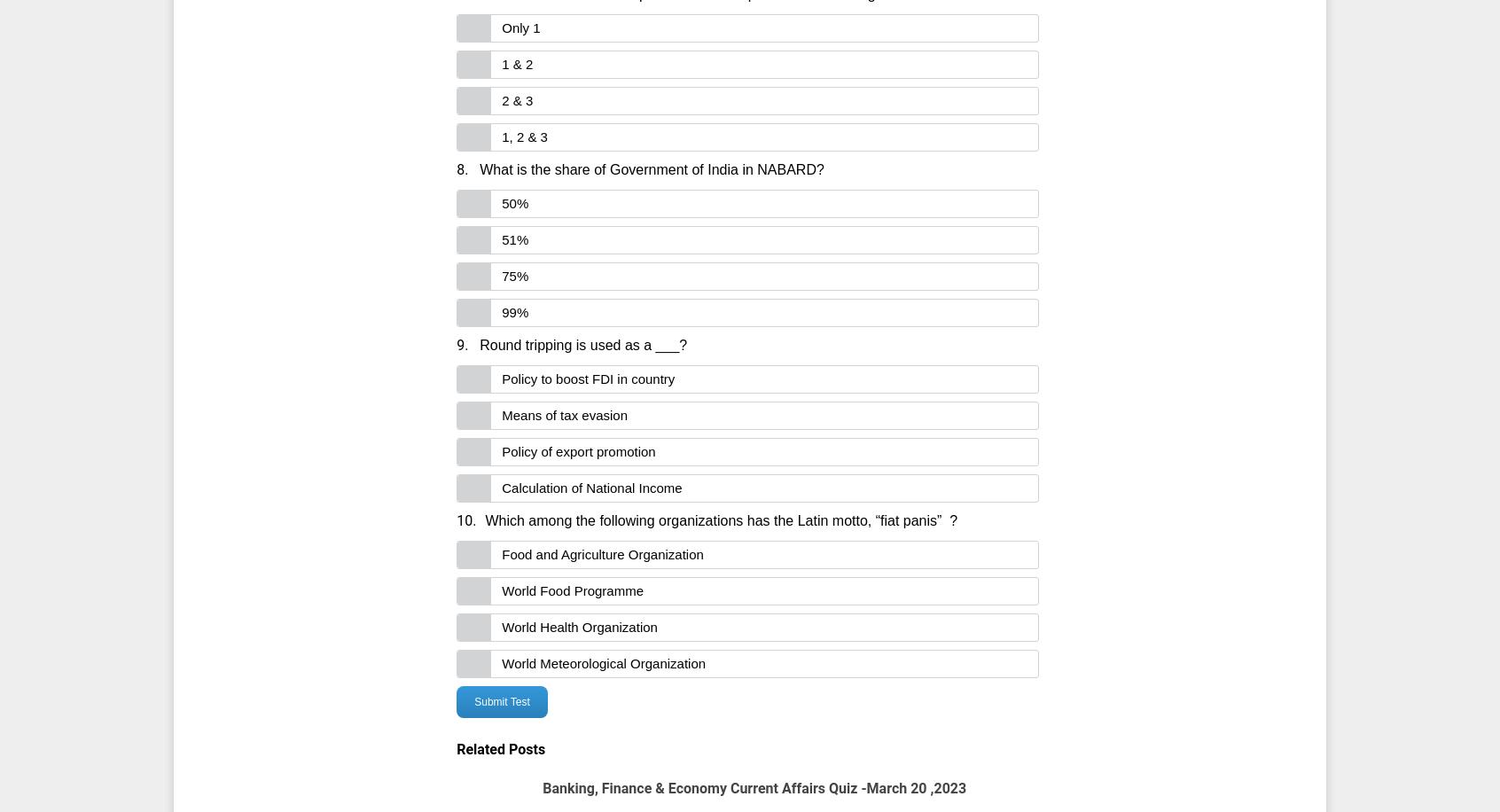 The image size is (1500, 812). What do you see at coordinates (500, 99) in the screenshot?
I see `'2 & 3'` at bounding box center [500, 99].